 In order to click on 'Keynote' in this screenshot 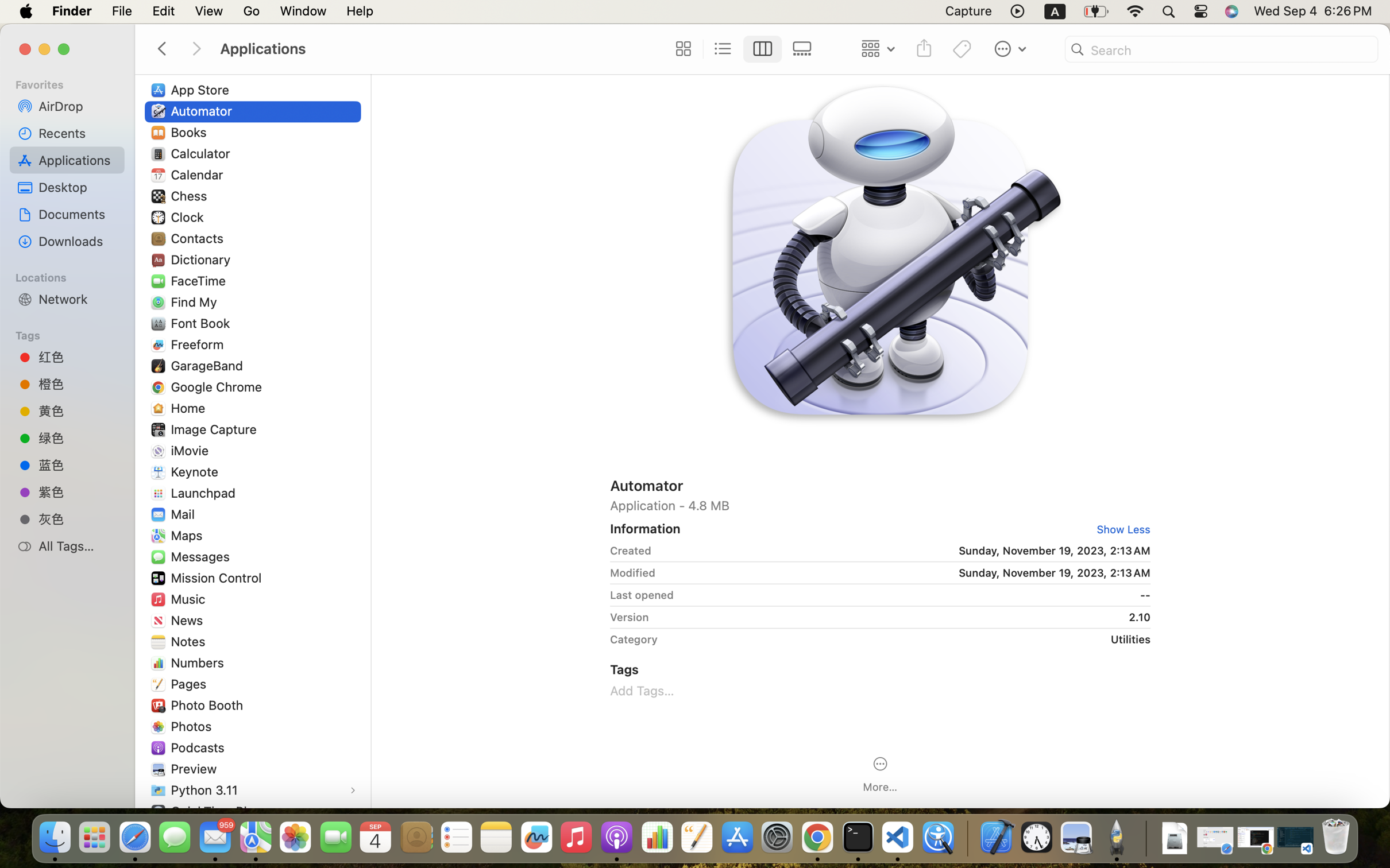, I will do `click(196, 471)`.